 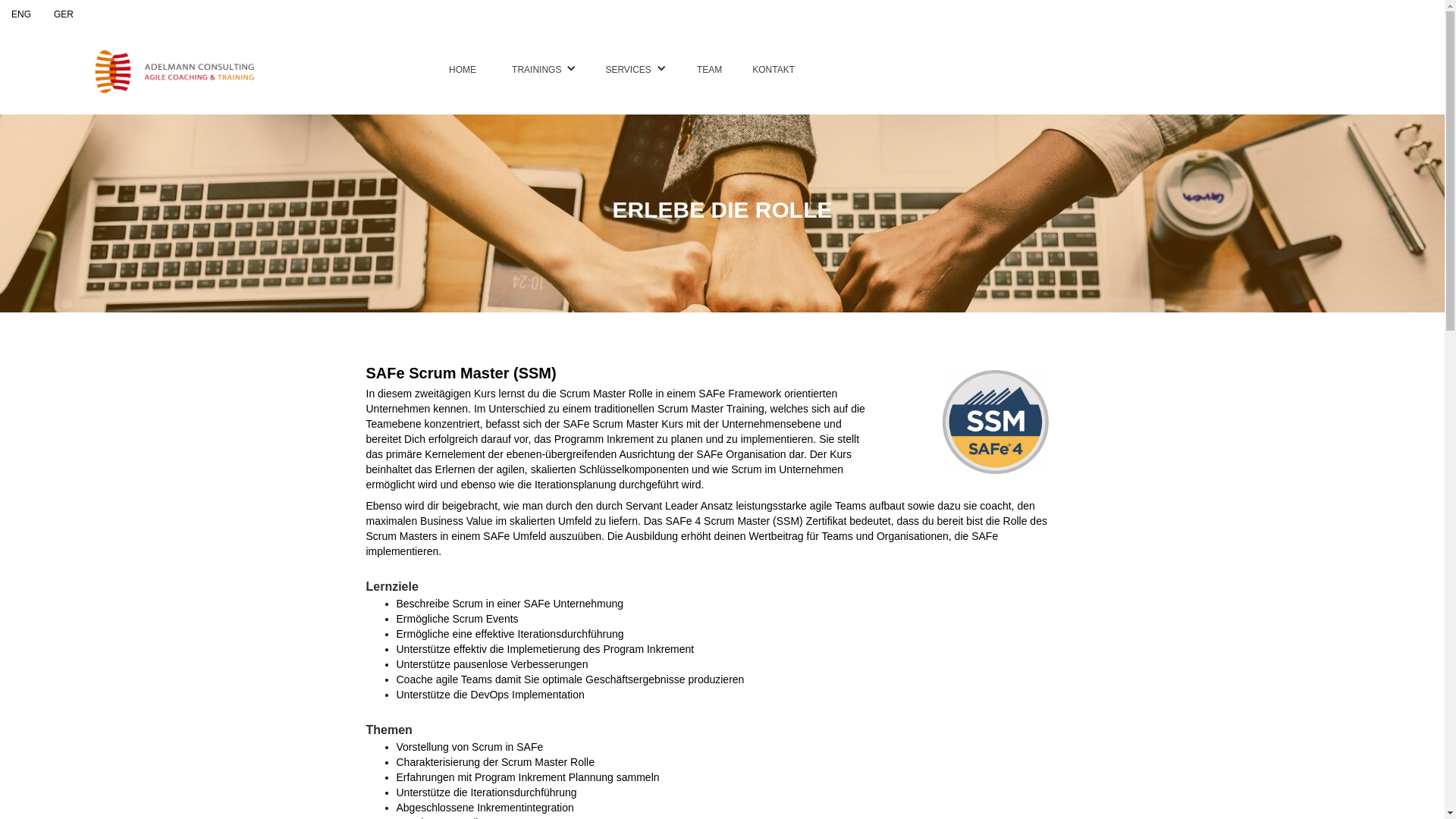 I want to click on 'GER', so click(x=62, y=14).